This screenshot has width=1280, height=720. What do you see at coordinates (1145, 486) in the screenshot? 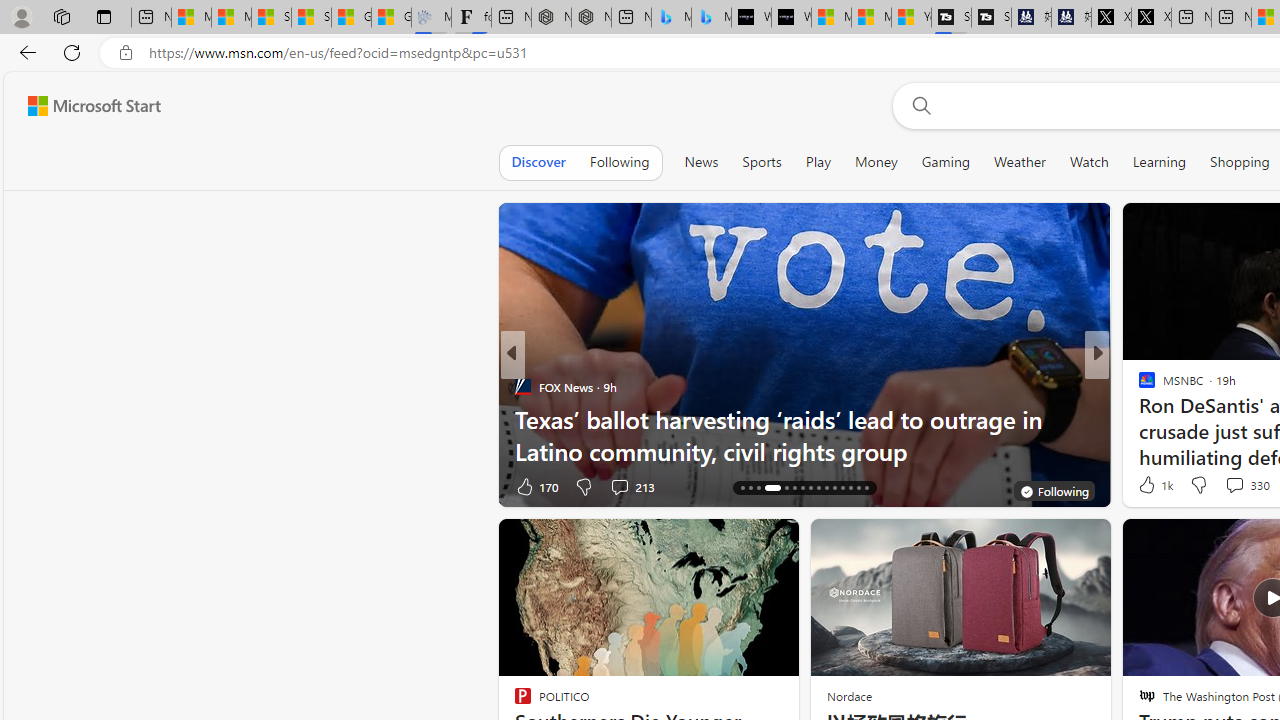
I see `'5 Like'` at bounding box center [1145, 486].